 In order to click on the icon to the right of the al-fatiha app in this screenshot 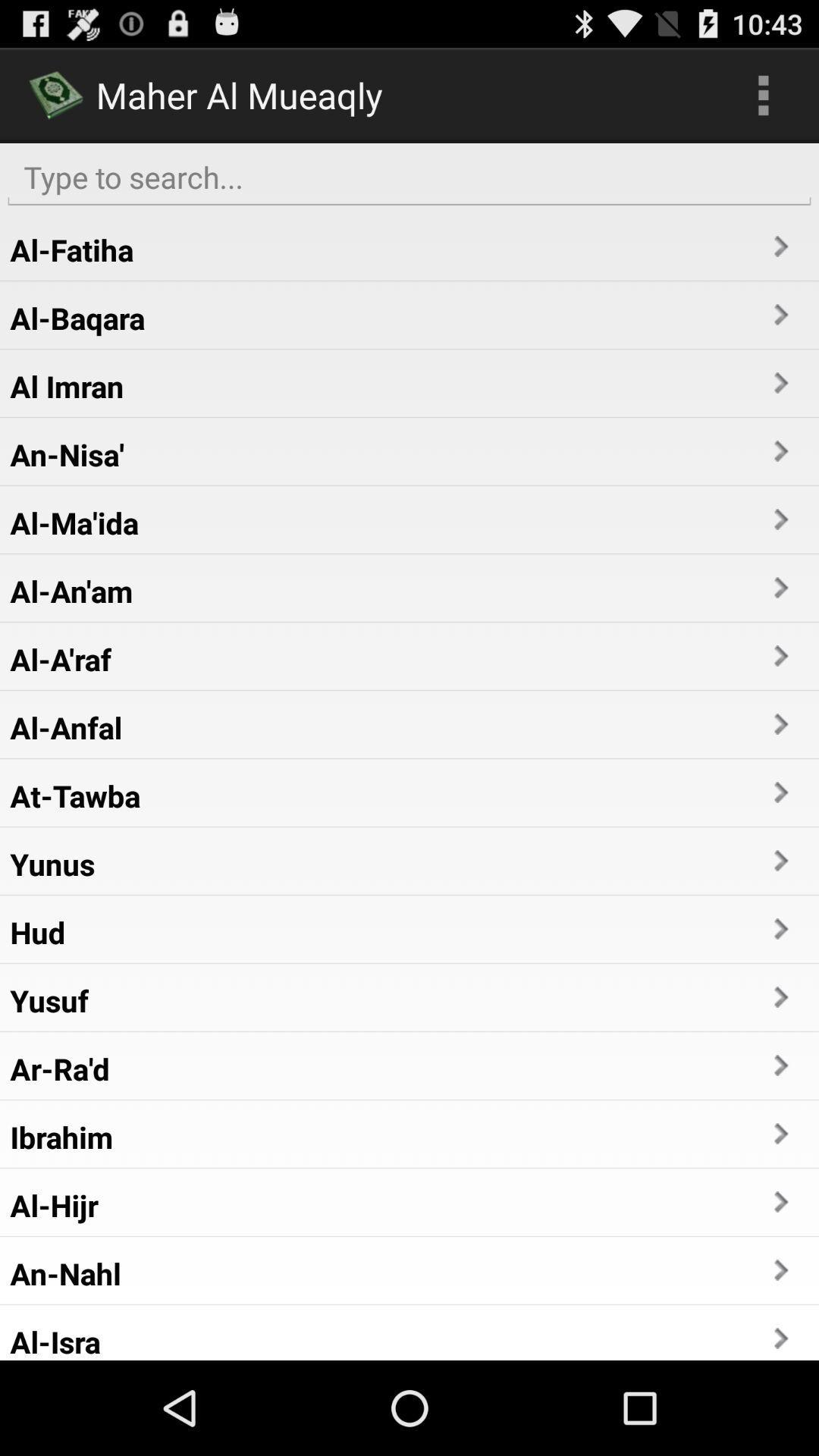, I will do `click(780, 246)`.